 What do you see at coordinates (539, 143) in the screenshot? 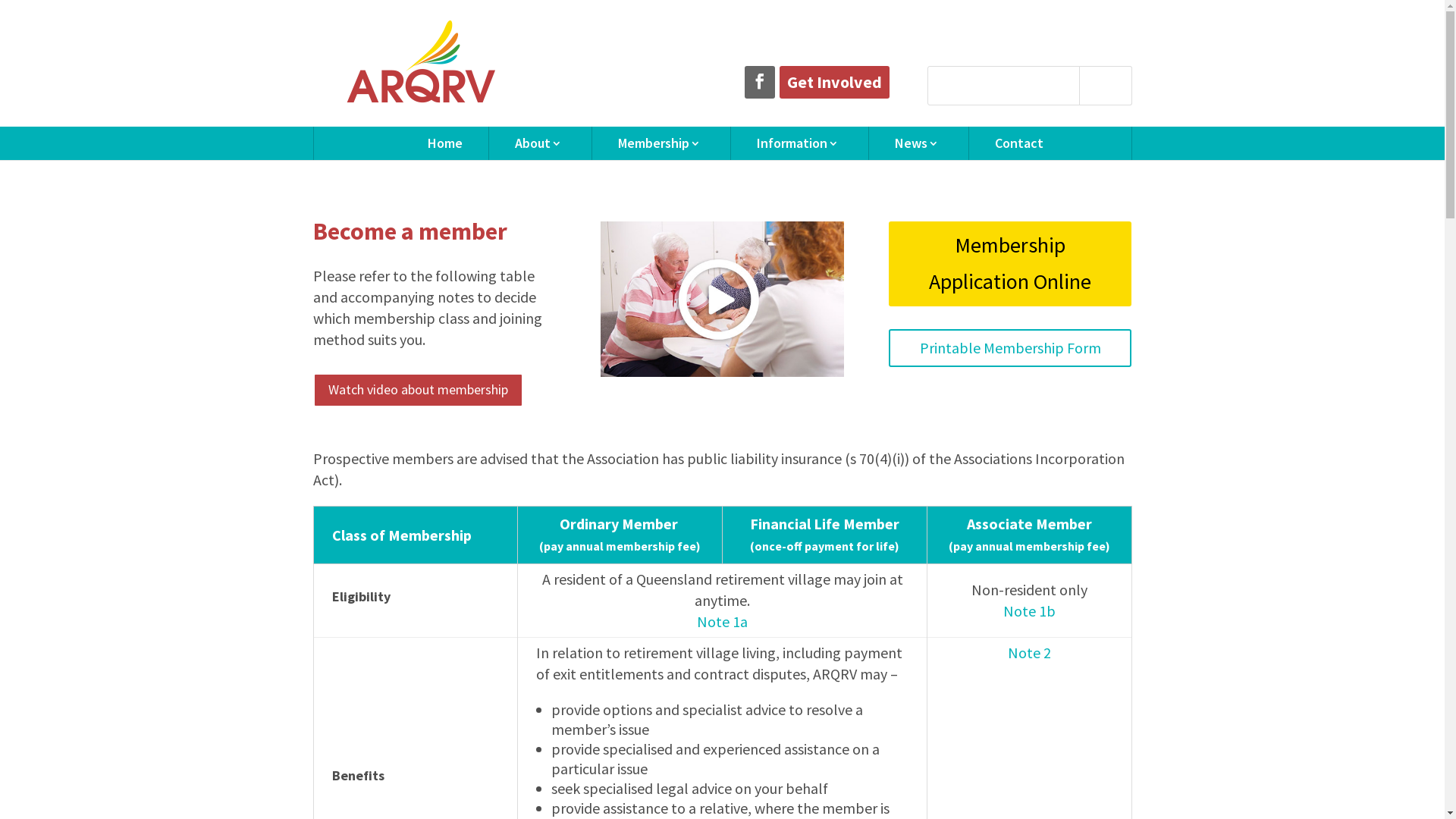
I see `'About'` at bounding box center [539, 143].